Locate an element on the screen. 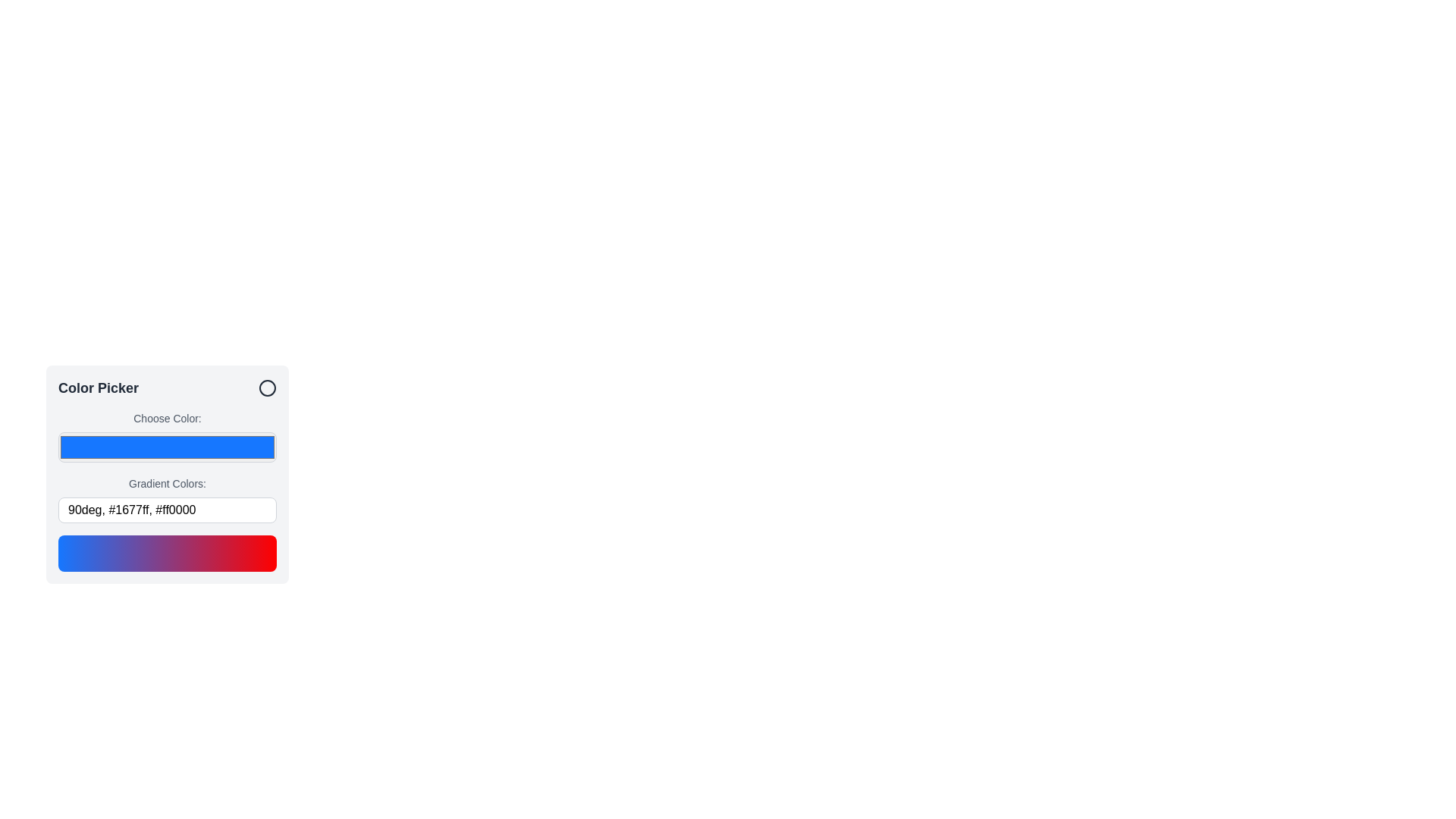  the text input field for gradient color parameters located in the 'Color Picker' module, beneath the label 'Gradient Colors:' to place the cursor inside the input box is located at coordinates (167, 510).